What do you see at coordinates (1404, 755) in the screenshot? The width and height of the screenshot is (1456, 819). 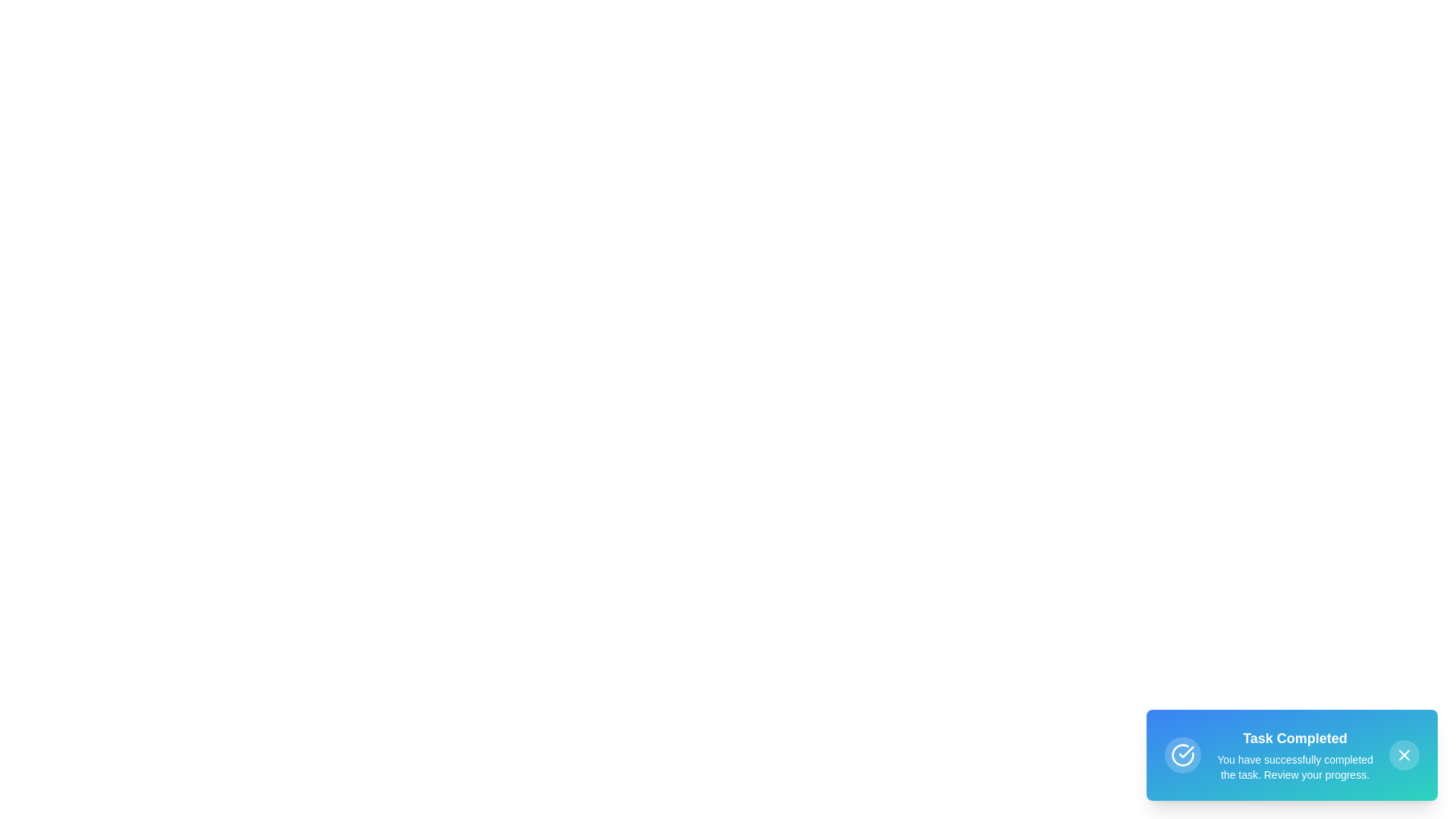 I see `the close button located in the lower right corner of the notification card to observe the hover effect` at bounding box center [1404, 755].